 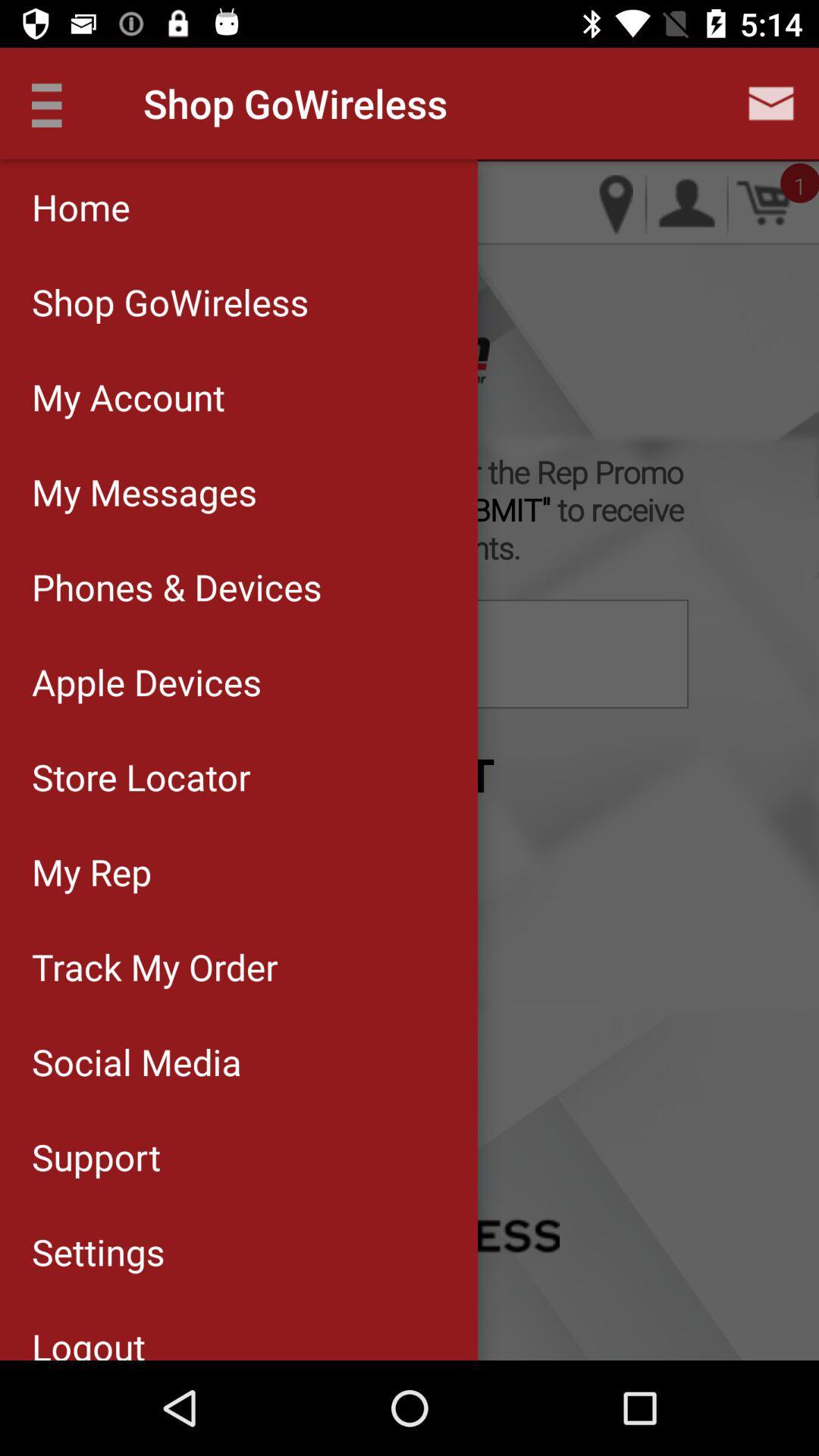 I want to click on the store locator item, so click(x=239, y=777).